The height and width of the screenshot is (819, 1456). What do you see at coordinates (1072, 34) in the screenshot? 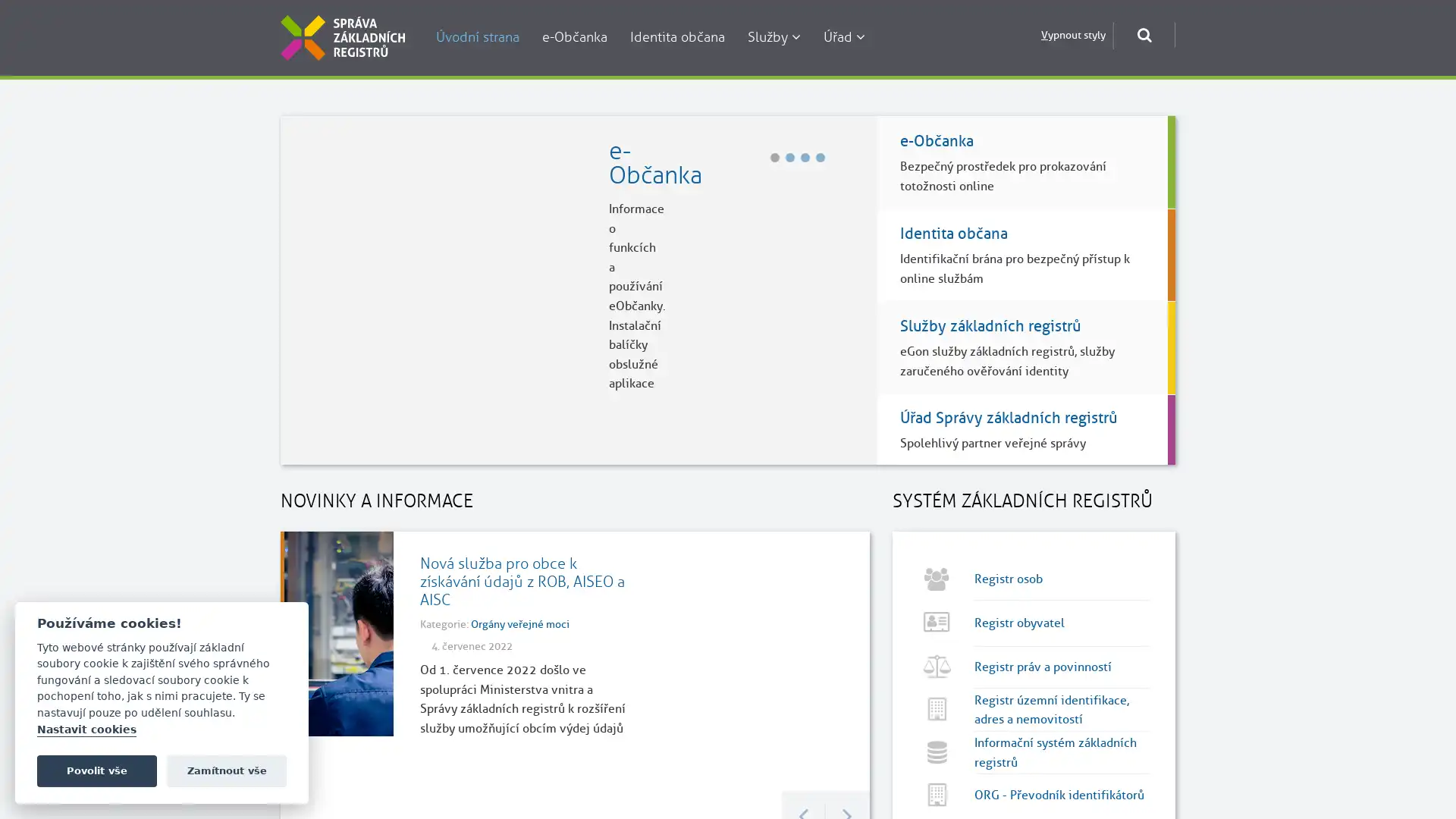
I see `Vypnout styly` at bounding box center [1072, 34].